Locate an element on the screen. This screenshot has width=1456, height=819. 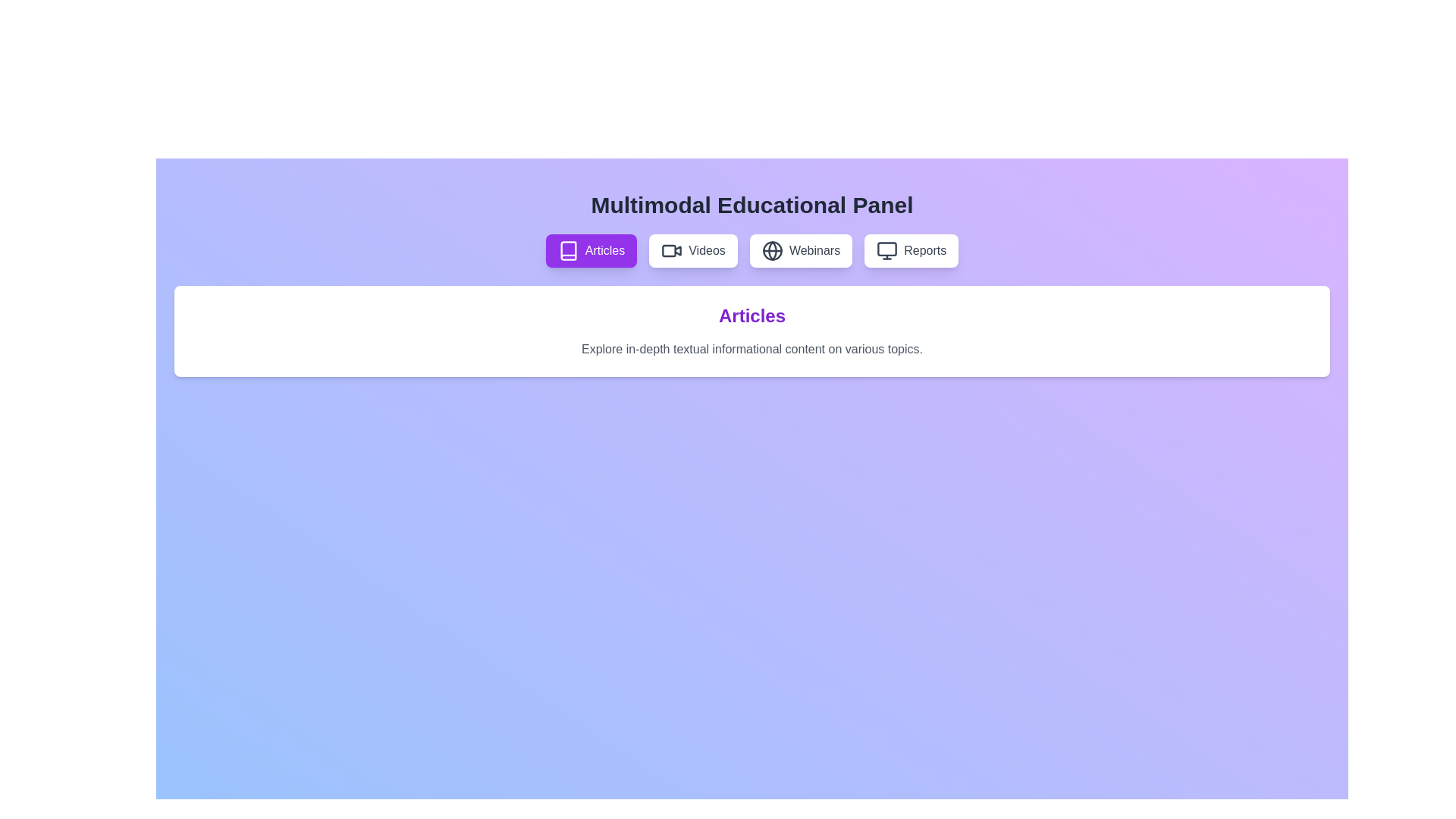
the 'Videos' button, which is the second button from the left in a horizontally aligned group of buttons is located at coordinates (706, 250).